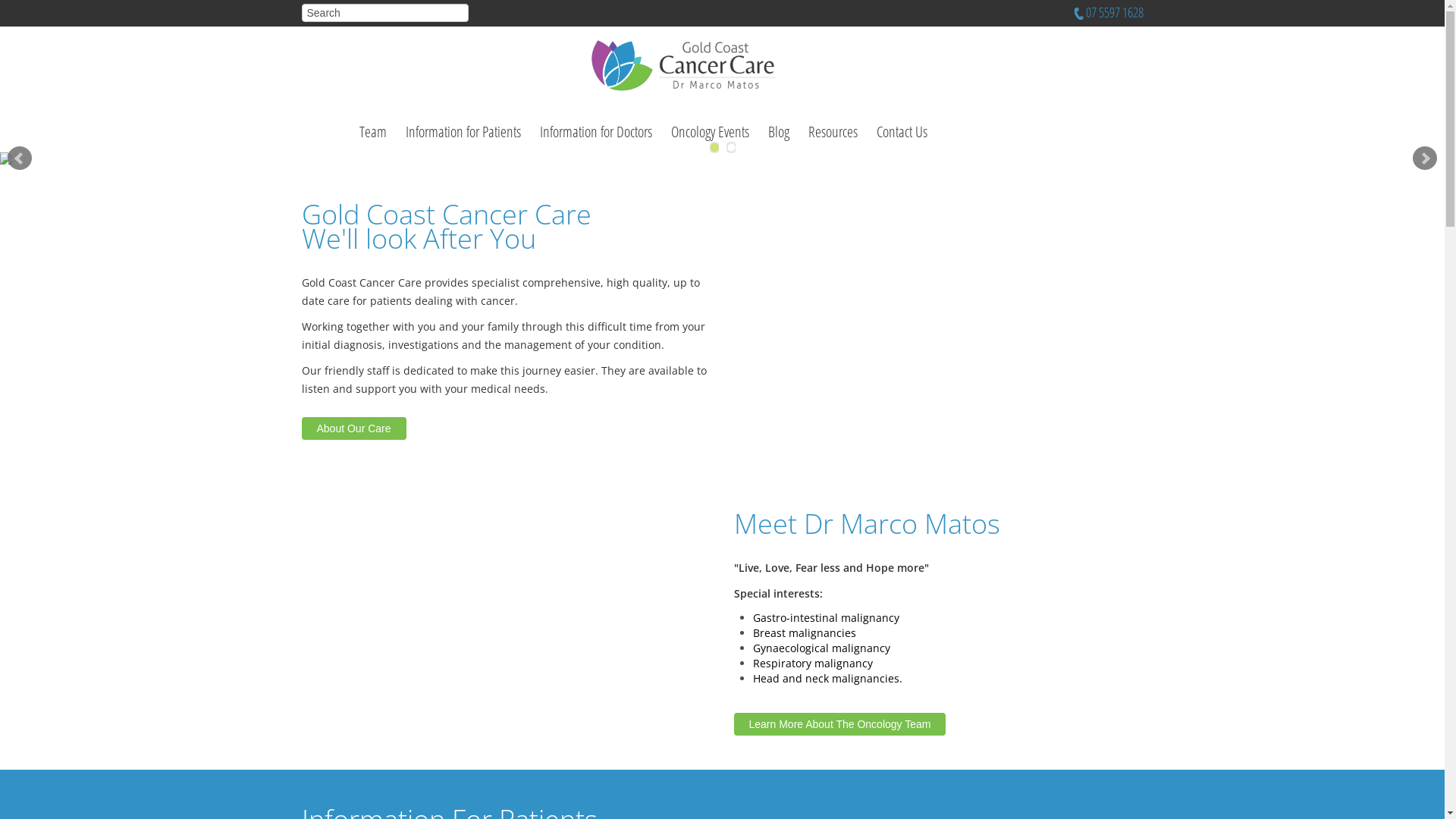  I want to click on 'Information for Patients', so click(461, 130).